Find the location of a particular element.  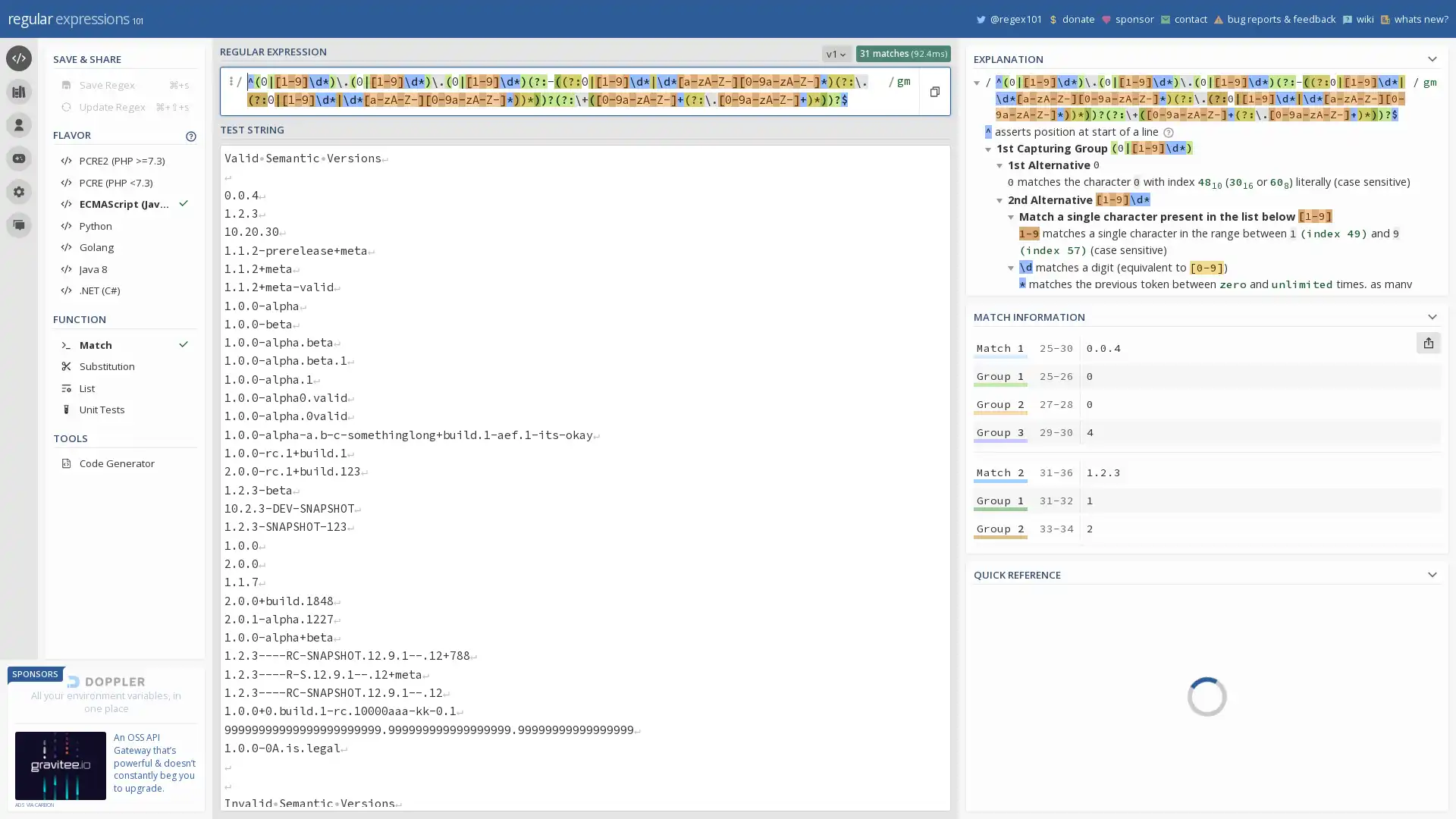

Update Regex ++s is located at coordinates (124, 105).